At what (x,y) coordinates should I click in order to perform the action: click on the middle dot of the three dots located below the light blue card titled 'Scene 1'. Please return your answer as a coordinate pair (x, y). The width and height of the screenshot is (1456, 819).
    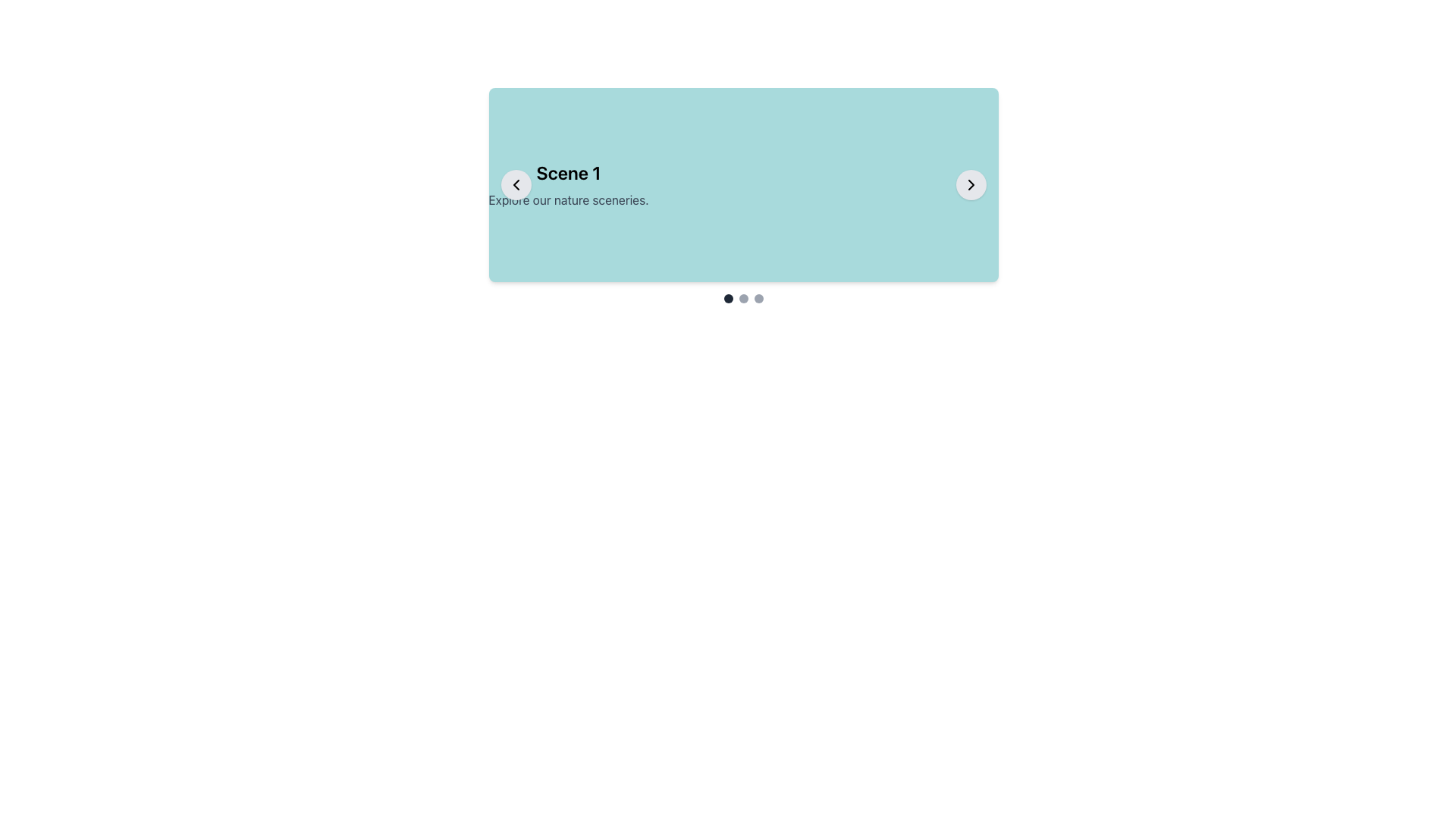
    Looking at the image, I should click on (743, 298).